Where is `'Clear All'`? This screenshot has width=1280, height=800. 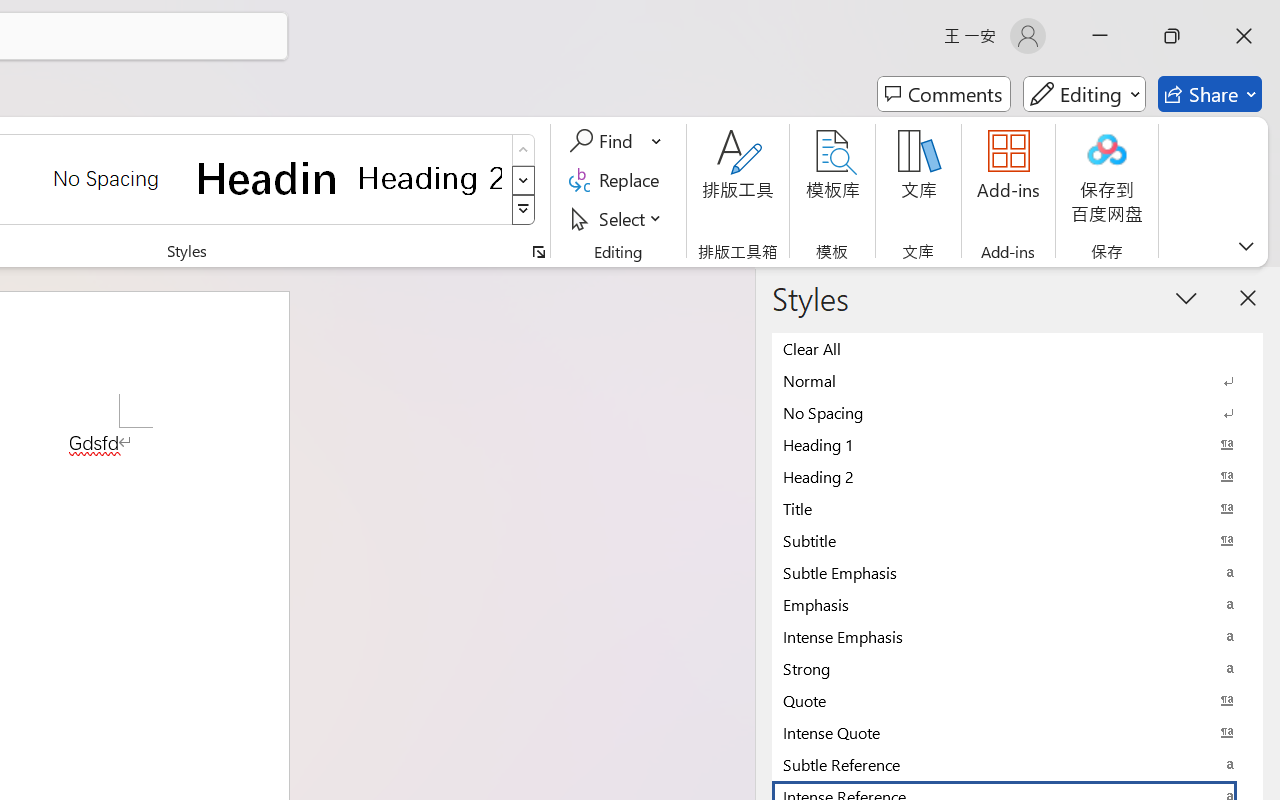 'Clear All' is located at coordinates (1017, 348).